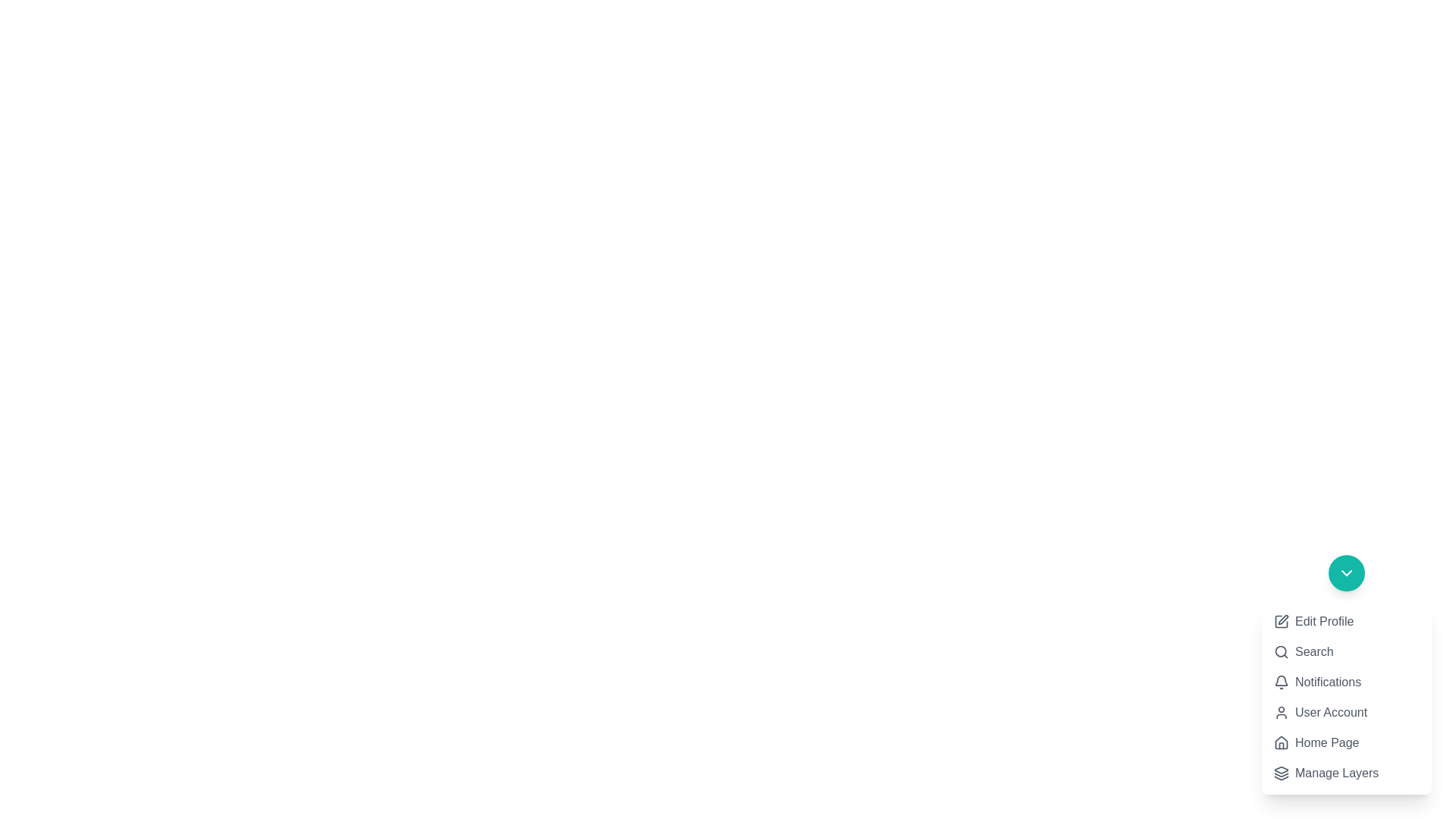 Image resolution: width=1456 pixels, height=819 pixels. I want to click on the Interactive button at the bottom of the menu panel to change its text color, so click(1326, 773).